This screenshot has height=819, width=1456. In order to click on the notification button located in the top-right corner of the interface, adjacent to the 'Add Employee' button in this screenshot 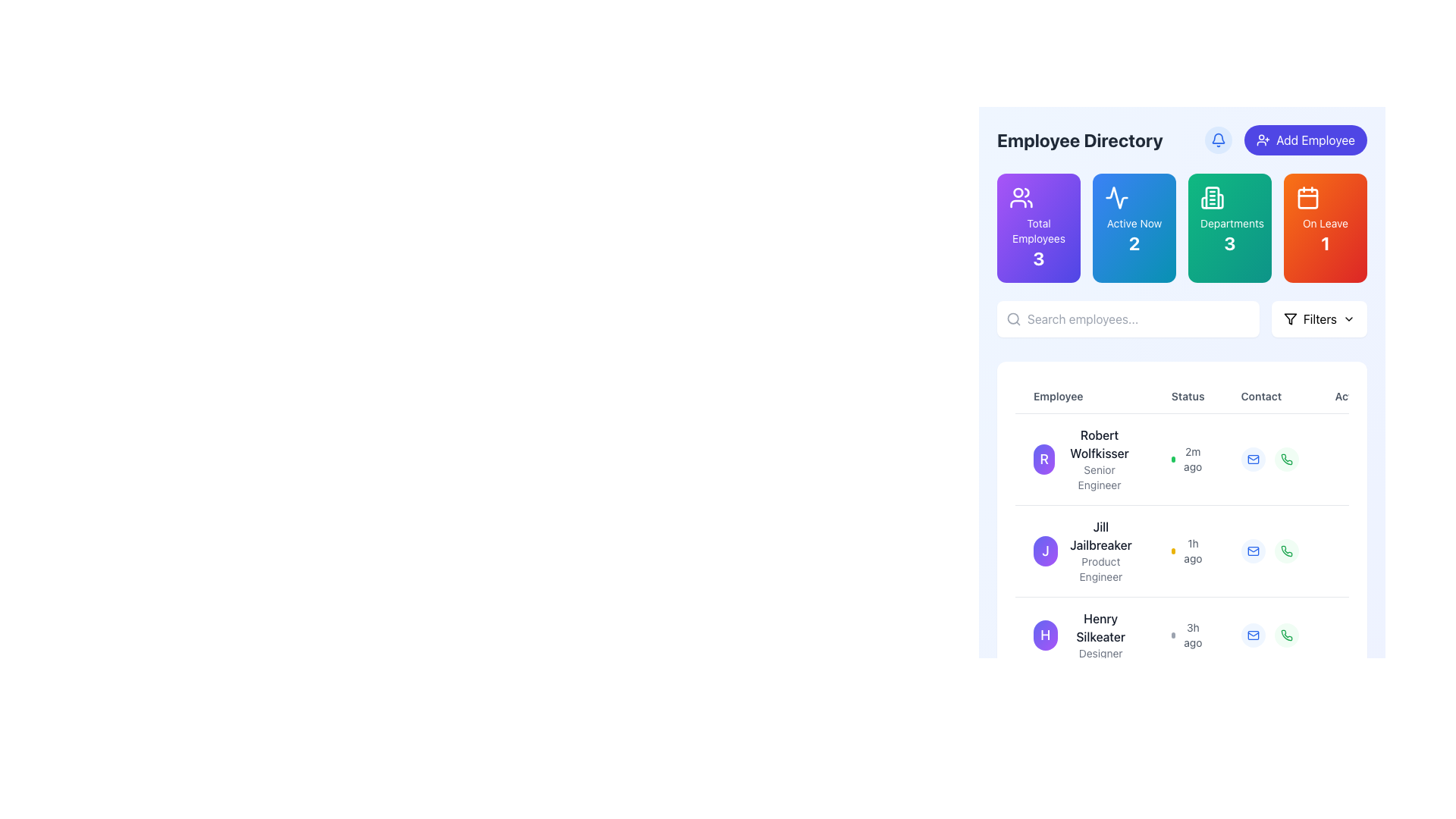, I will do `click(1219, 140)`.